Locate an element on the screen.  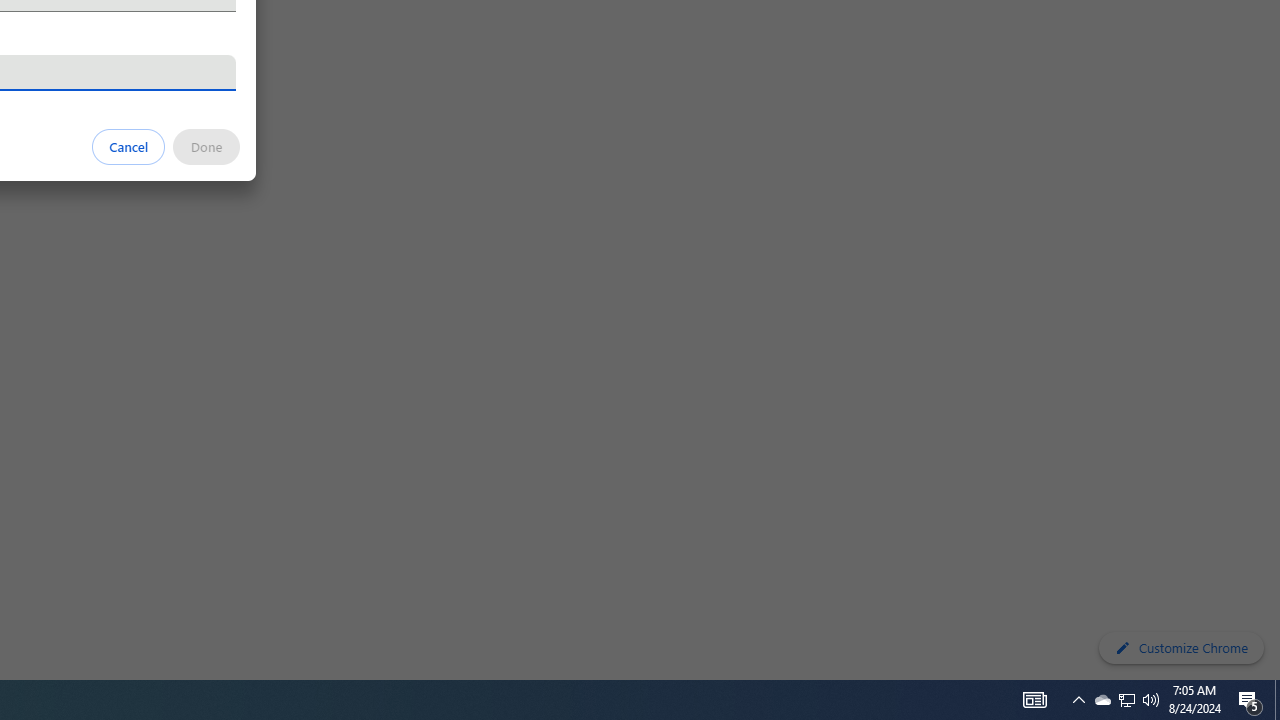
'Cancel' is located at coordinates (128, 145).